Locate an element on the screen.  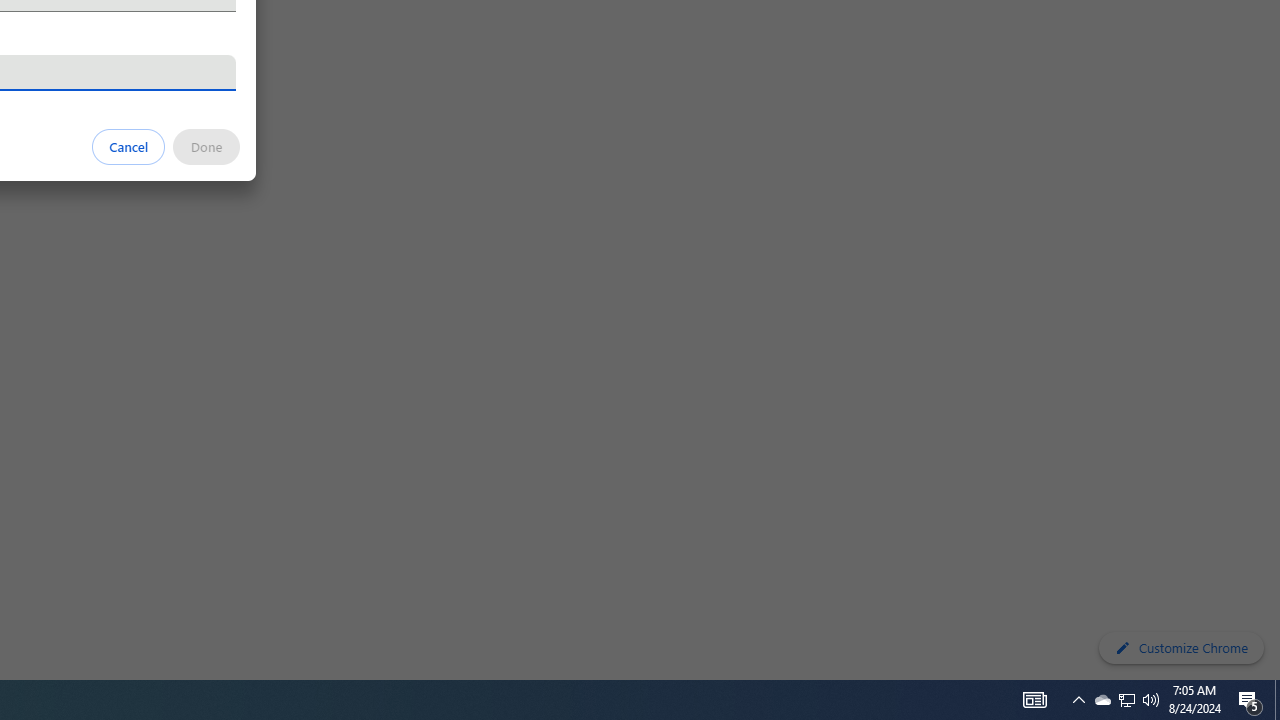
'Cancel' is located at coordinates (128, 145).